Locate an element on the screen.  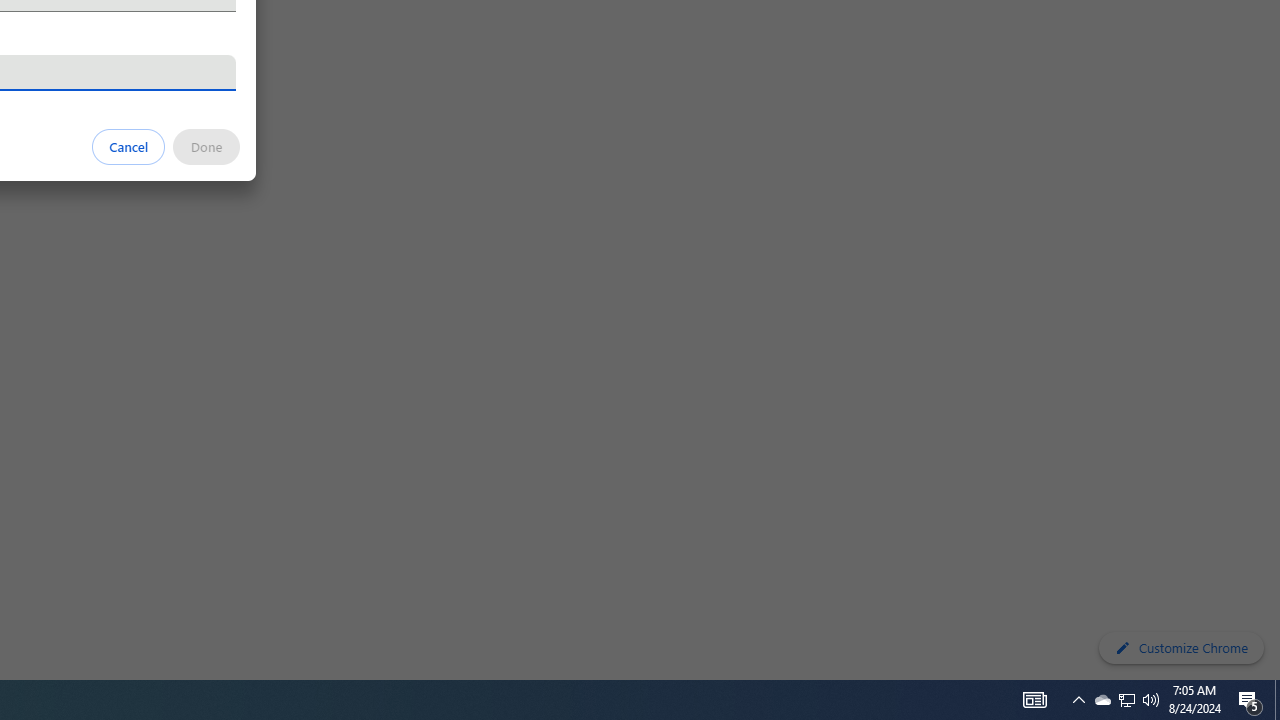
'Cancel' is located at coordinates (128, 145).